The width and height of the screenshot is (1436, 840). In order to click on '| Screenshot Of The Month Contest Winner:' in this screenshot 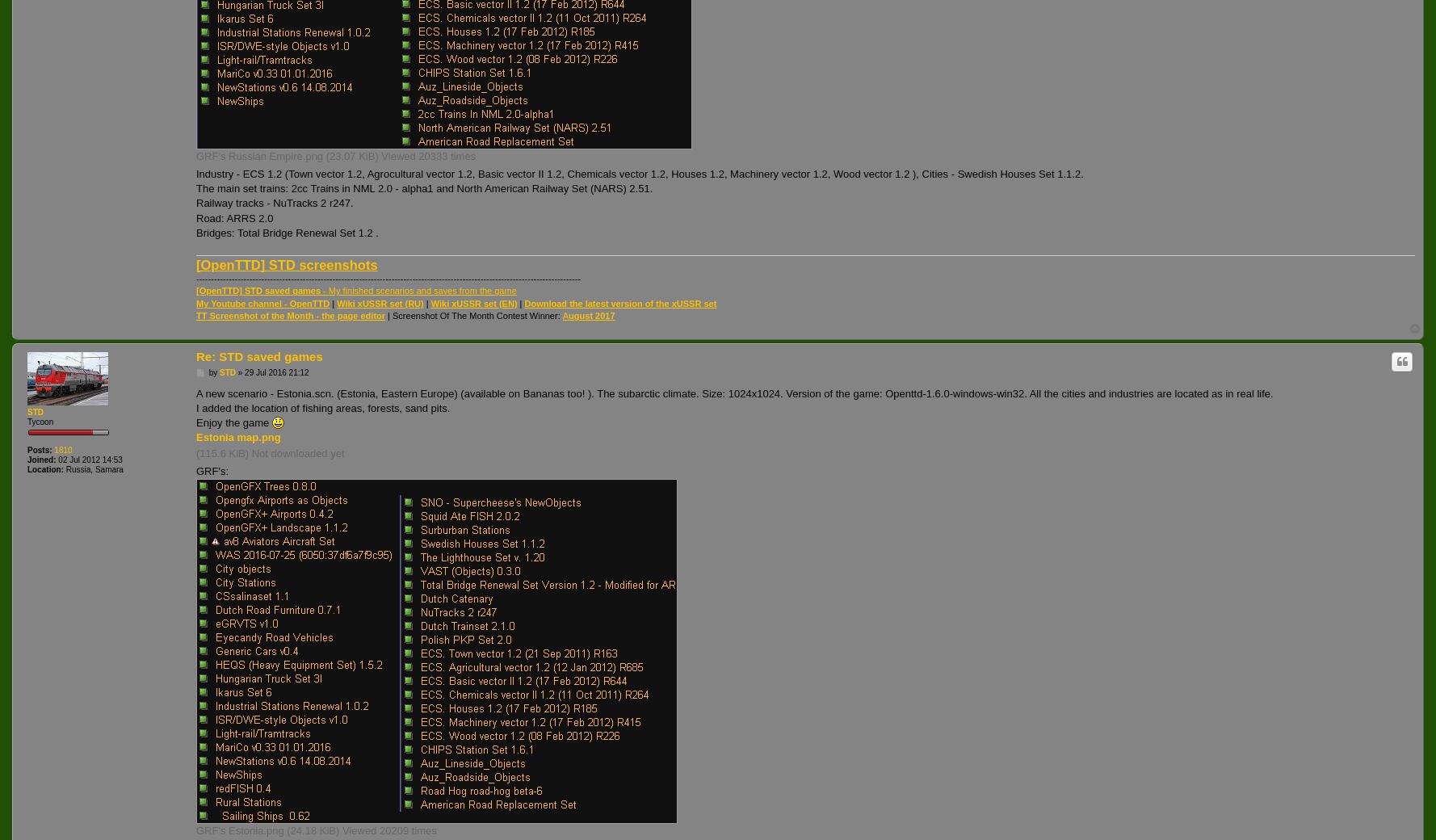, I will do `click(472, 316)`.